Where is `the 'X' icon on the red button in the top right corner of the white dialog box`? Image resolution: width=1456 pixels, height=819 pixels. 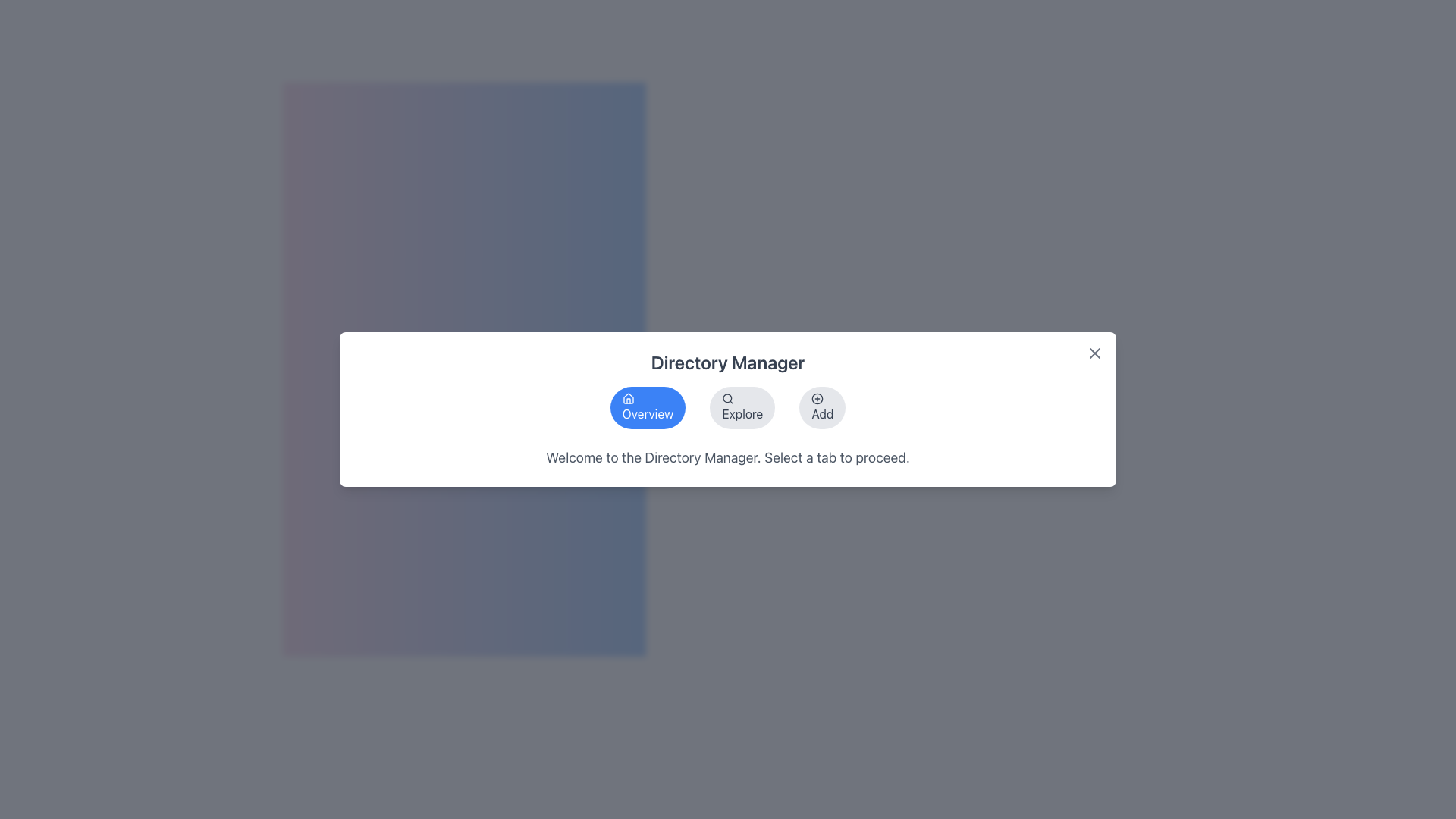 the 'X' icon on the red button in the top right corner of the white dialog box is located at coordinates (1095, 353).